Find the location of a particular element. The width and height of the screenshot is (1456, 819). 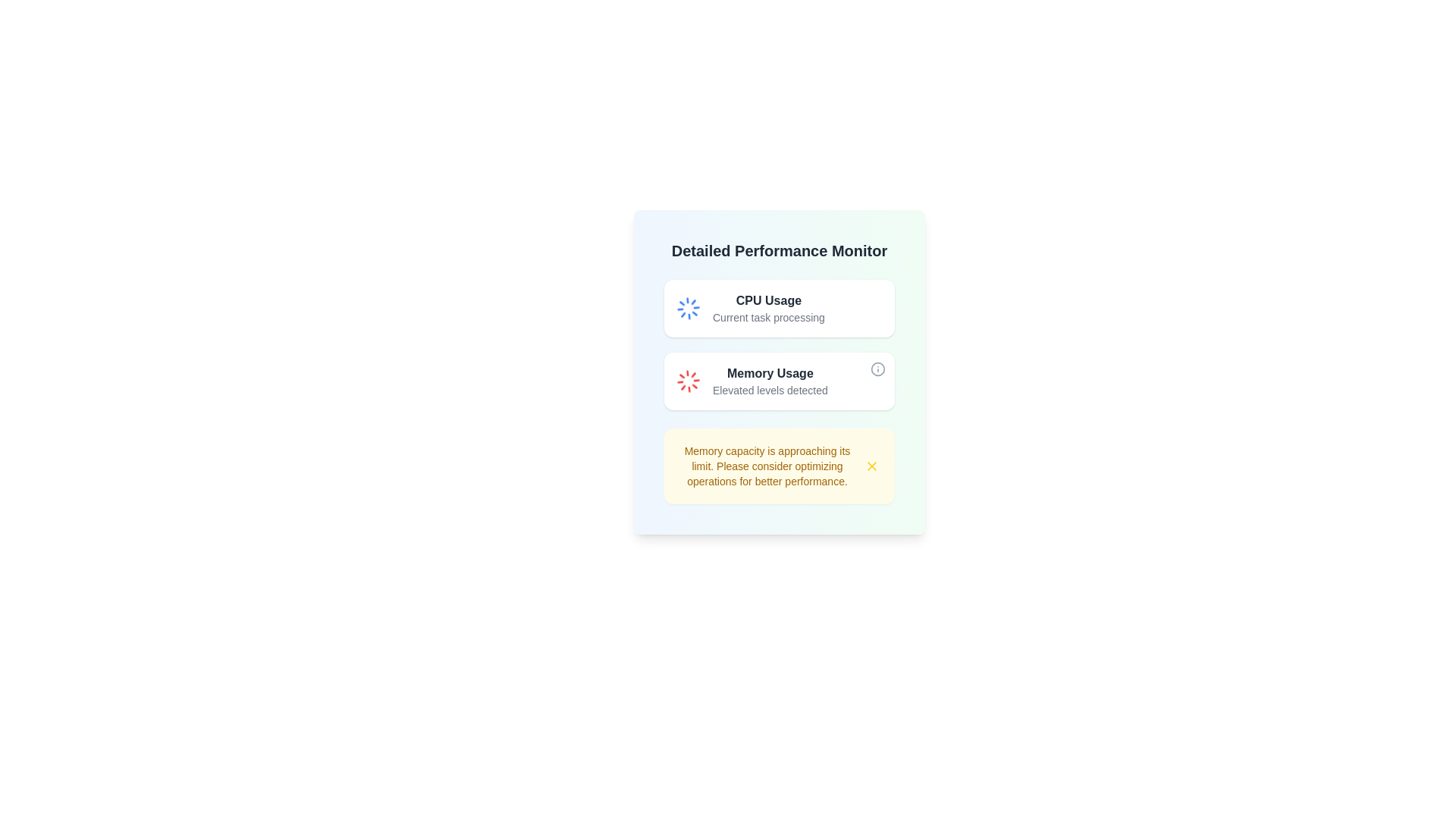

the Close or Dismiss Button icon located next to the memory limit warning text is located at coordinates (872, 465).